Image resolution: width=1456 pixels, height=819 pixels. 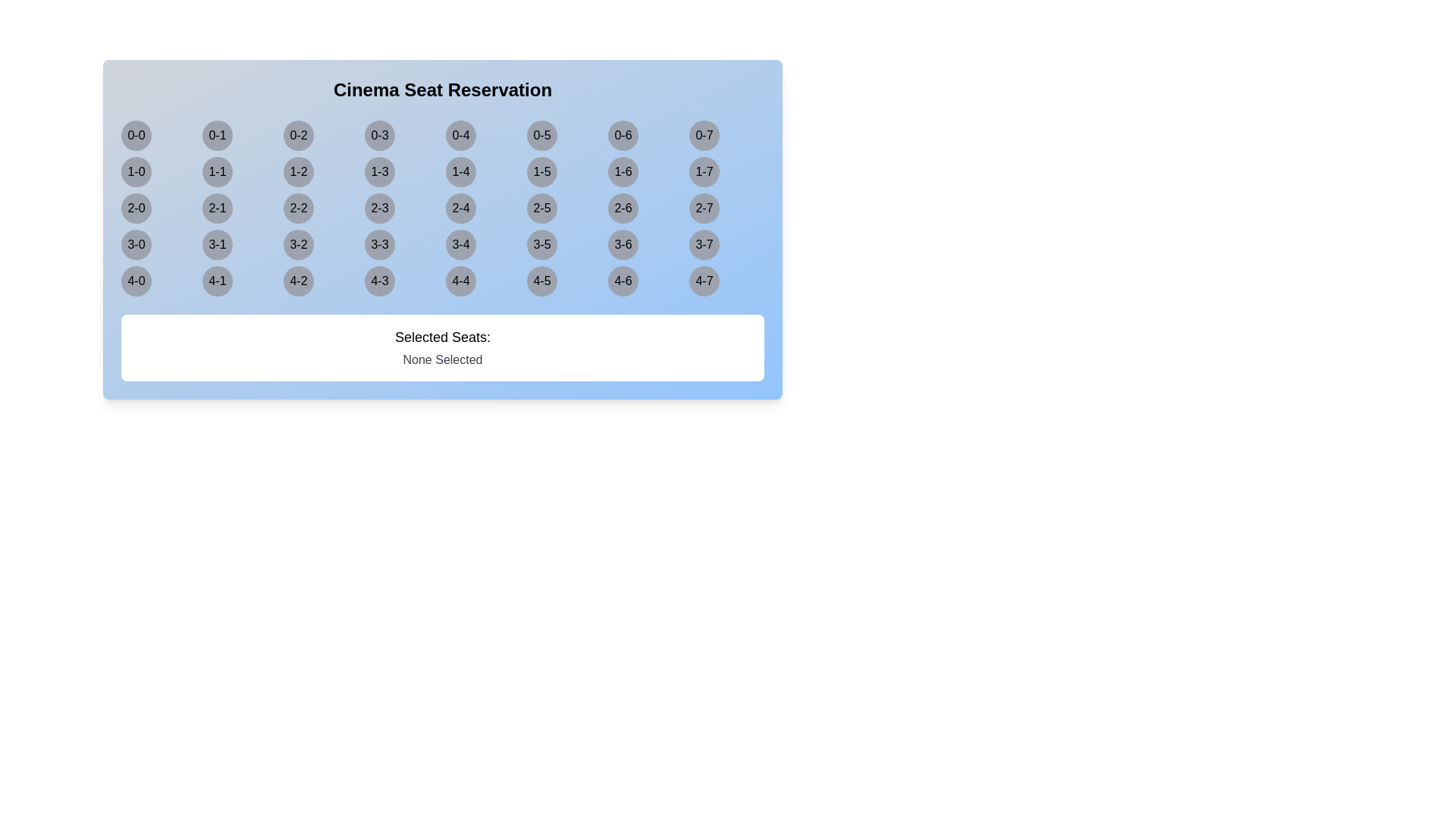 What do you see at coordinates (298, 134) in the screenshot?
I see `the third button` at bounding box center [298, 134].